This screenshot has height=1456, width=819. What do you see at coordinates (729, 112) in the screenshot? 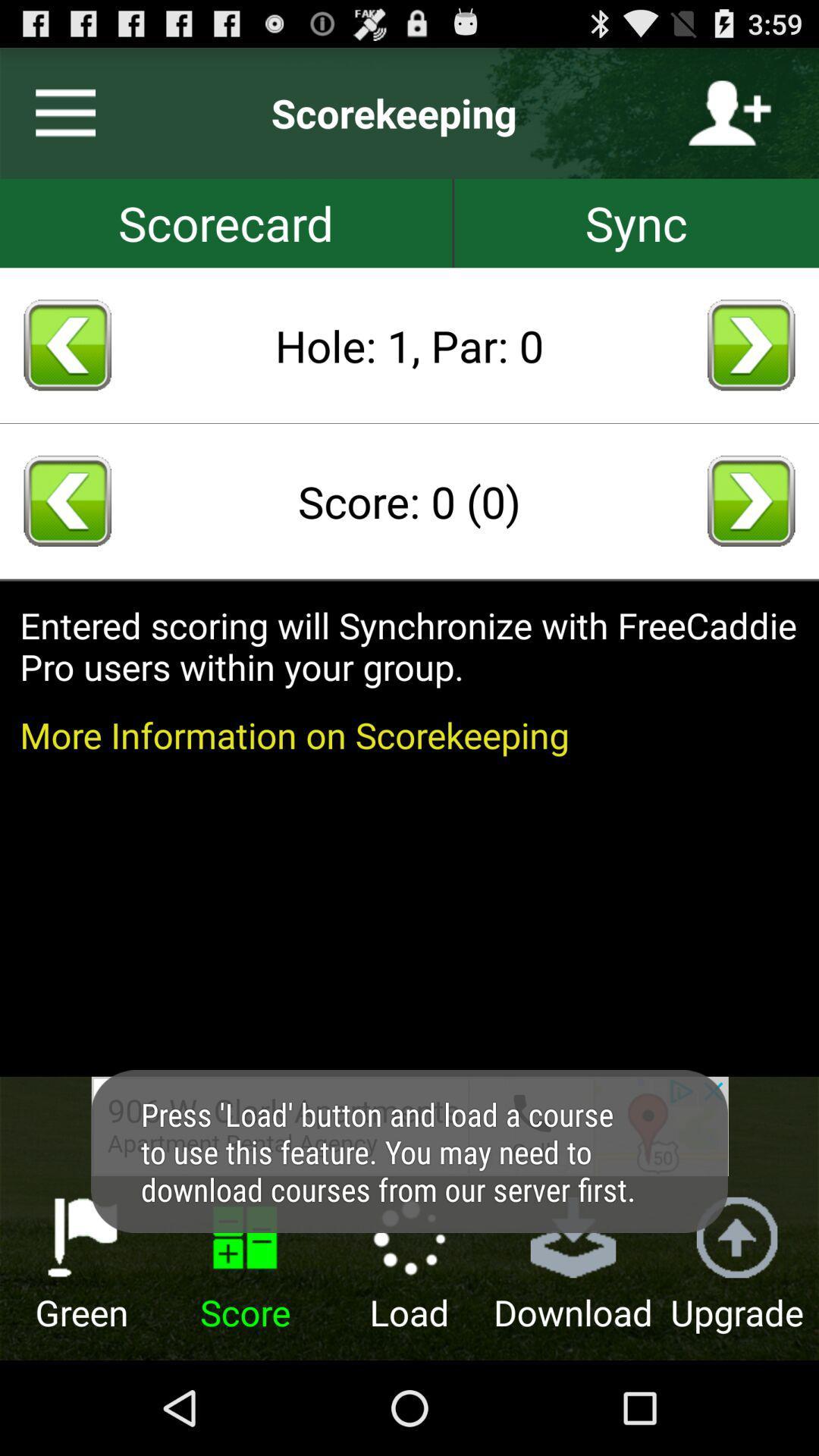
I see `user` at bounding box center [729, 112].